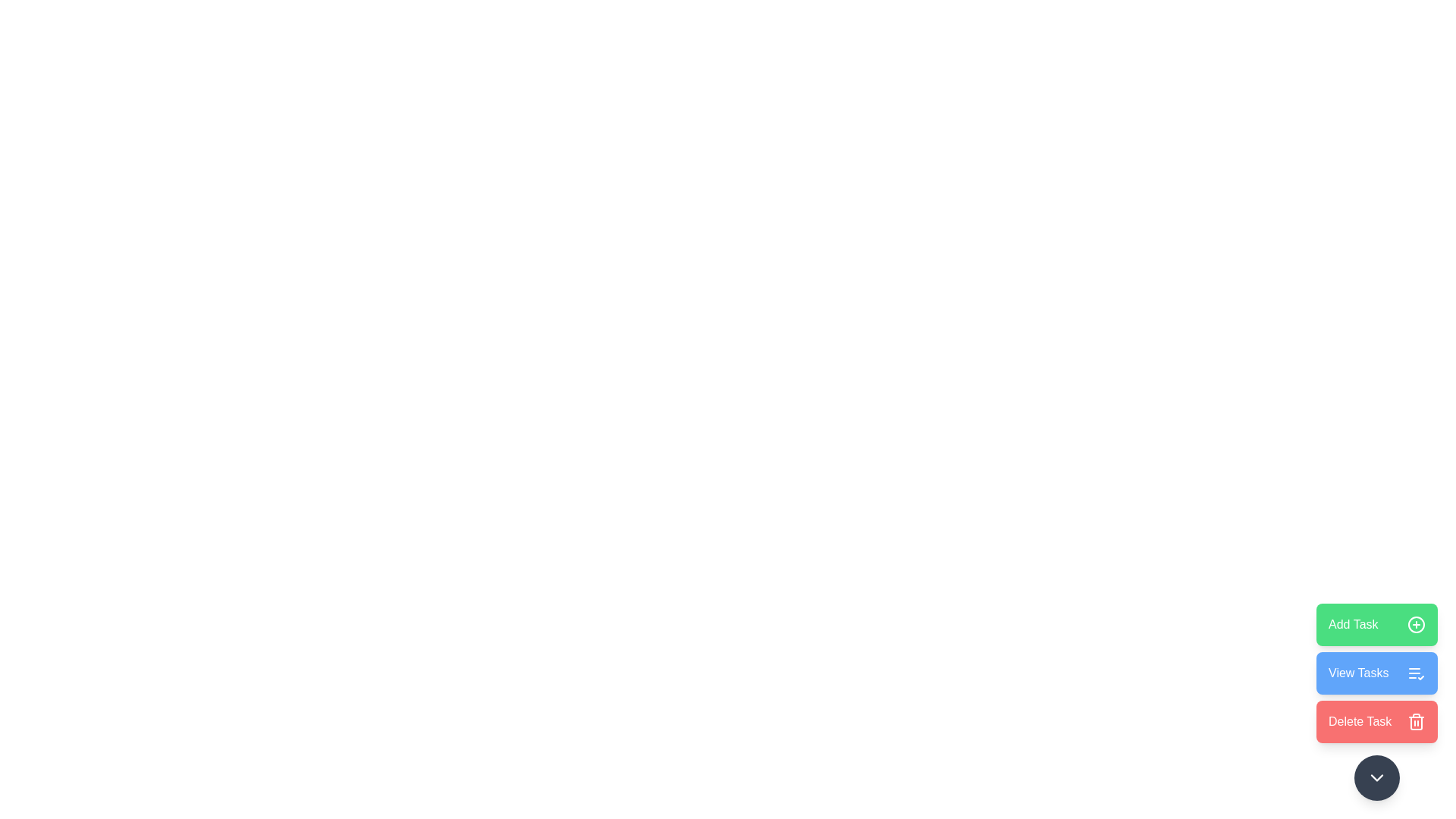 The width and height of the screenshot is (1456, 819). What do you see at coordinates (1376, 625) in the screenshot?
I see `the 'Add Task' button` at bounding box center [1376, 625].